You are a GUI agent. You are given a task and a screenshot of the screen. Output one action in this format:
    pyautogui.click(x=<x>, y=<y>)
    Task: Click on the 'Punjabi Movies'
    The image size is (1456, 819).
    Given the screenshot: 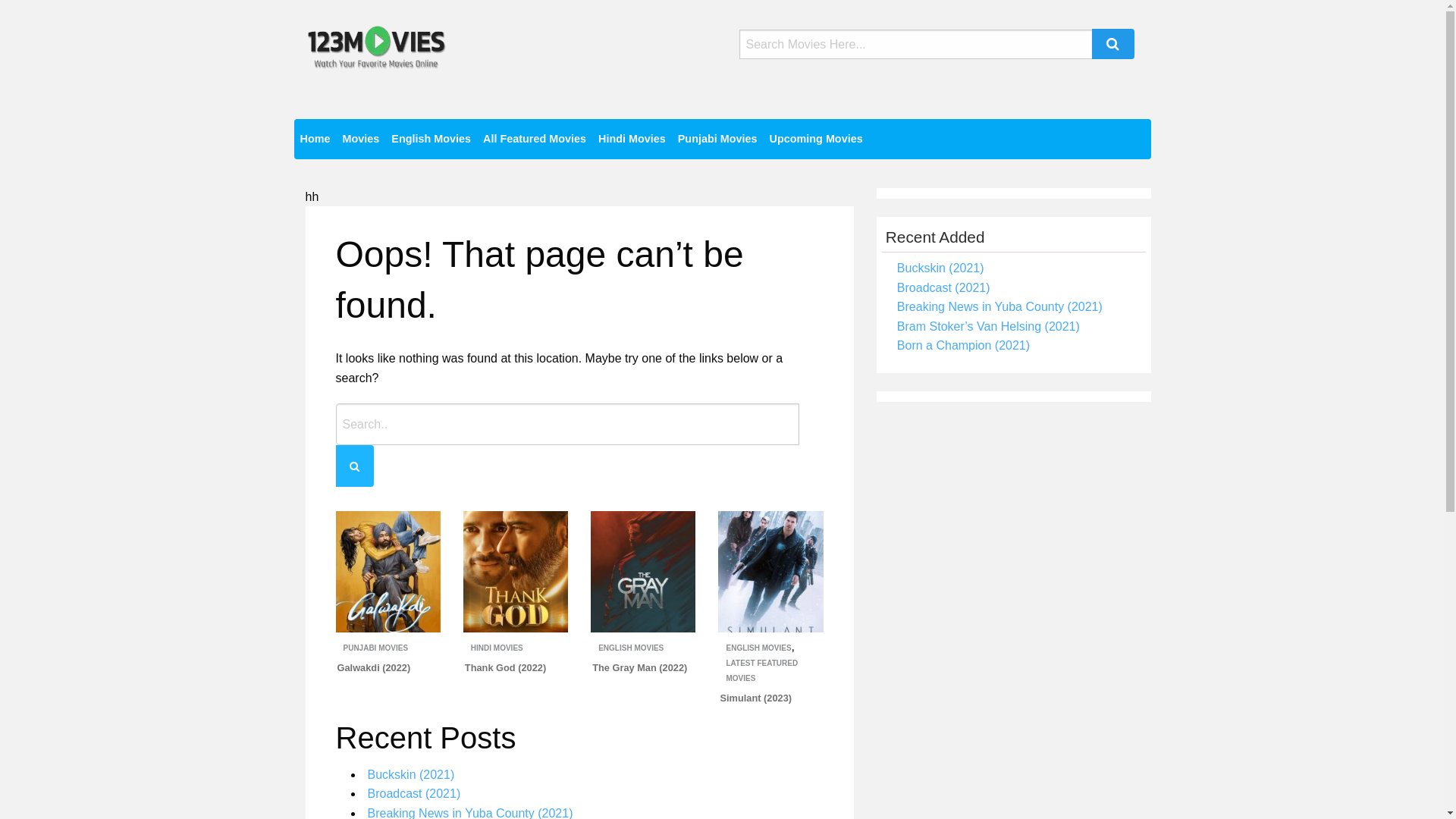 What is the action you would take?
    pyautogui.click(x=717, y=139)
    